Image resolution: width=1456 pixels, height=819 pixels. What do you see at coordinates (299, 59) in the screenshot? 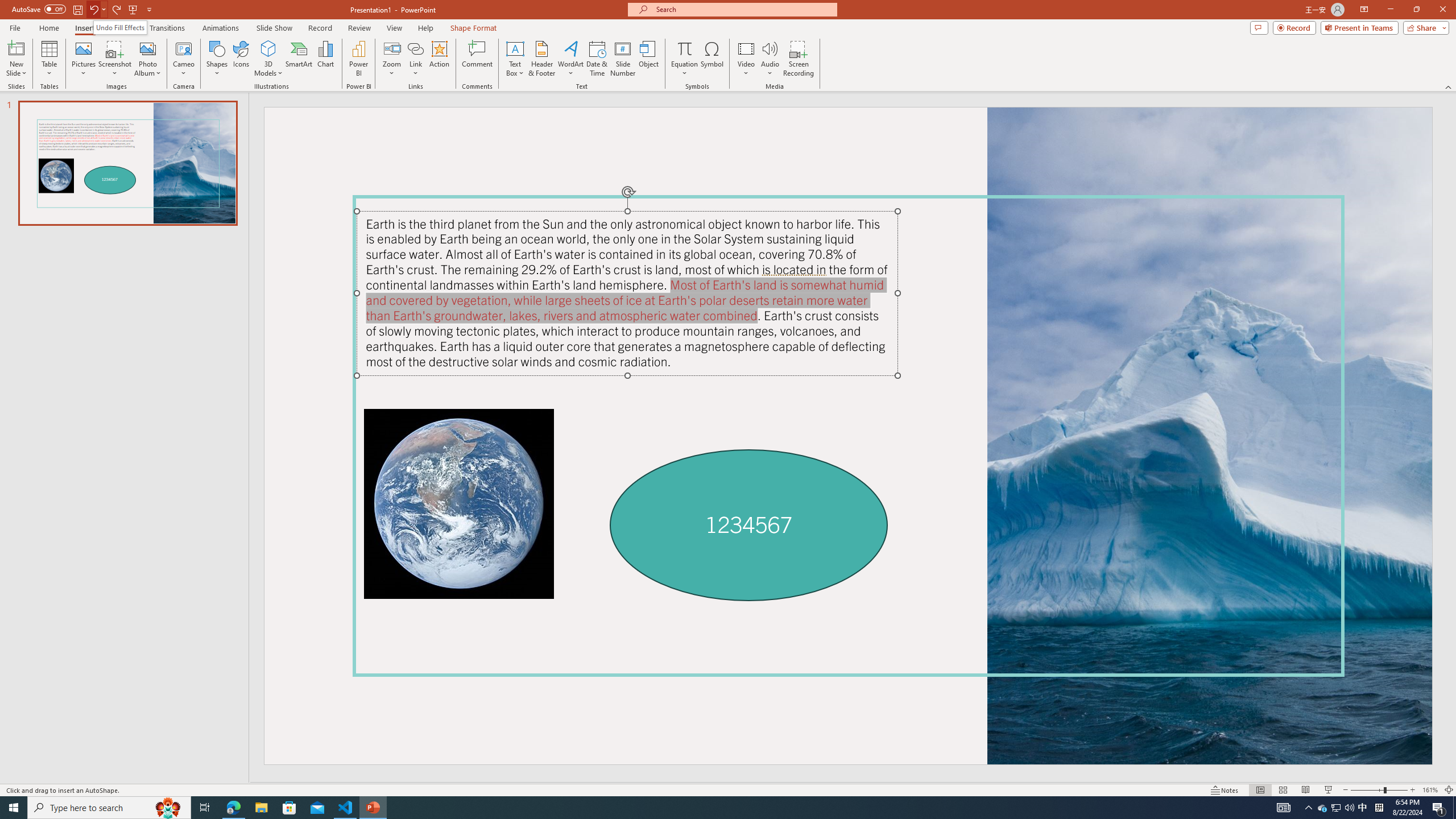
I see `'SmartArt...'` at bounding box center [299, 59].